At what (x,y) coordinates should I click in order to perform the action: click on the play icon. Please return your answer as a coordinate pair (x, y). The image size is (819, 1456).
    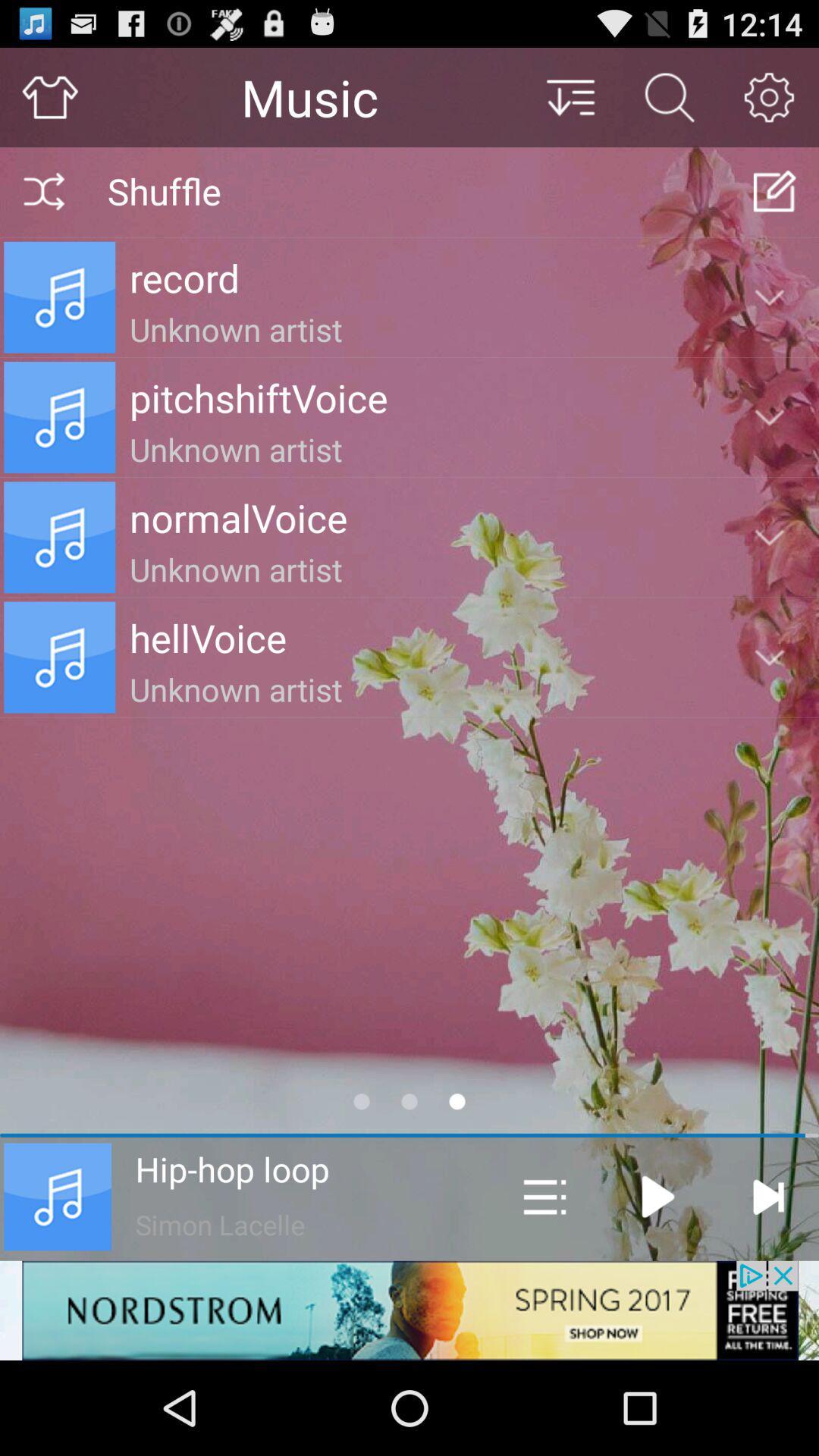
    Looking at the image, I should click on (657, 1280).